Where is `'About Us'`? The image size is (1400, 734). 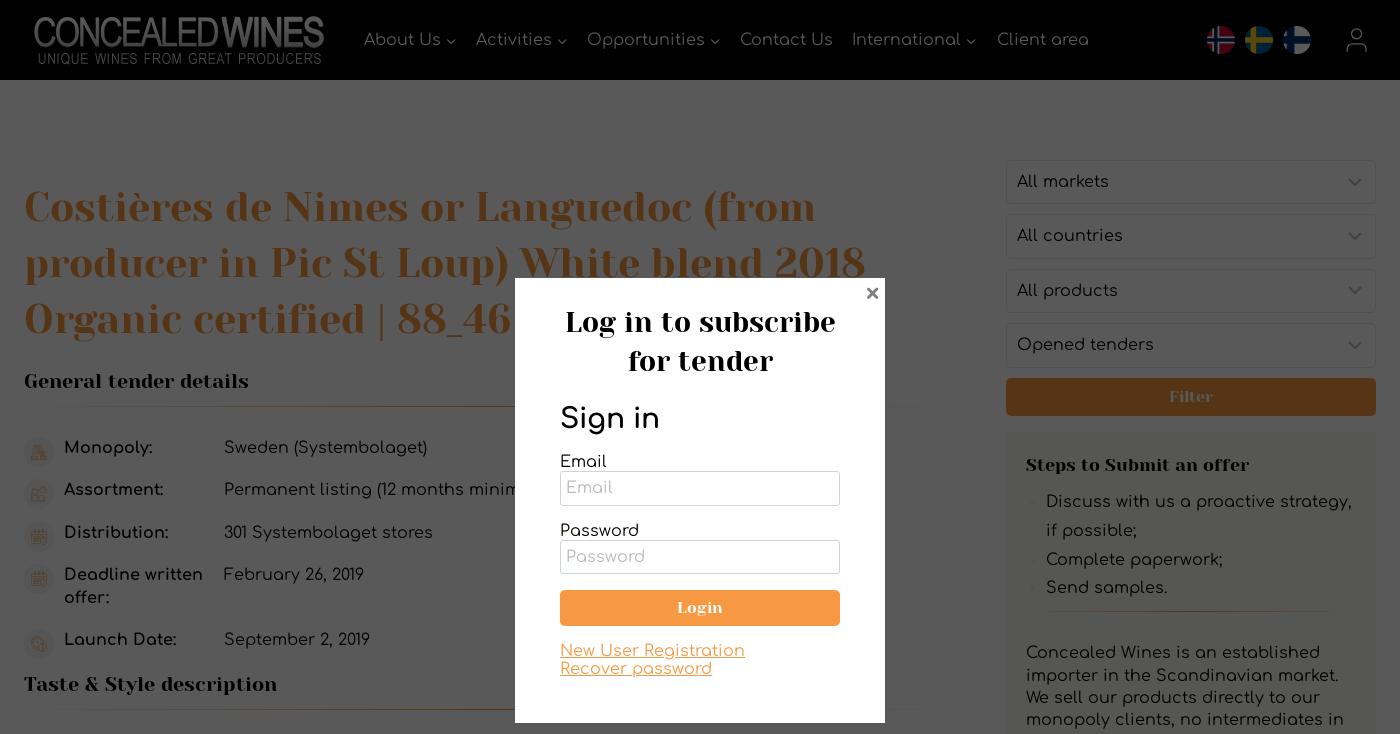
'About Us' is located at coordinates (401, 37).